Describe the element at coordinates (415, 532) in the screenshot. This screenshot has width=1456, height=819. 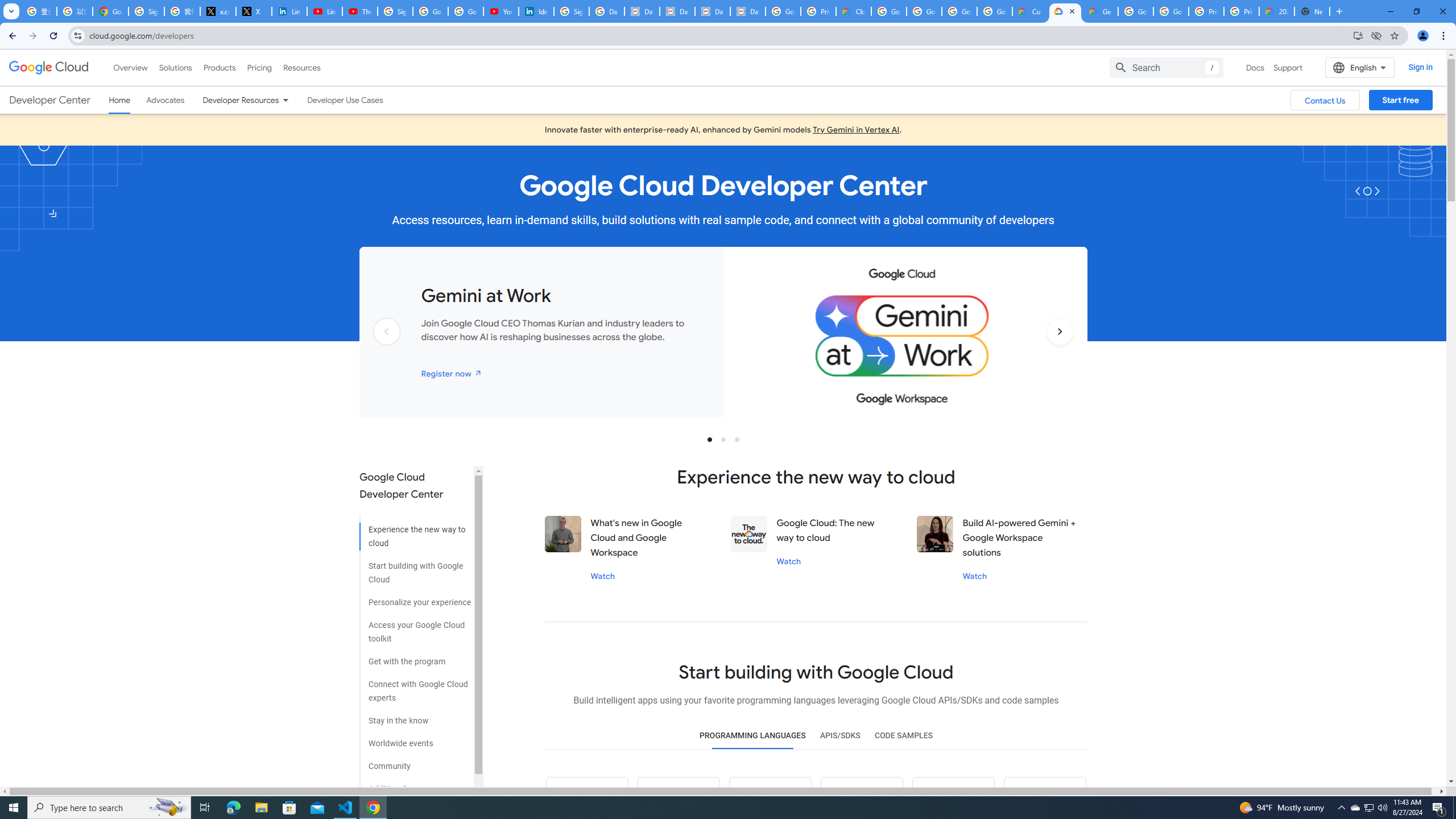
I see `'Experience the new way to cloud'` at that location.